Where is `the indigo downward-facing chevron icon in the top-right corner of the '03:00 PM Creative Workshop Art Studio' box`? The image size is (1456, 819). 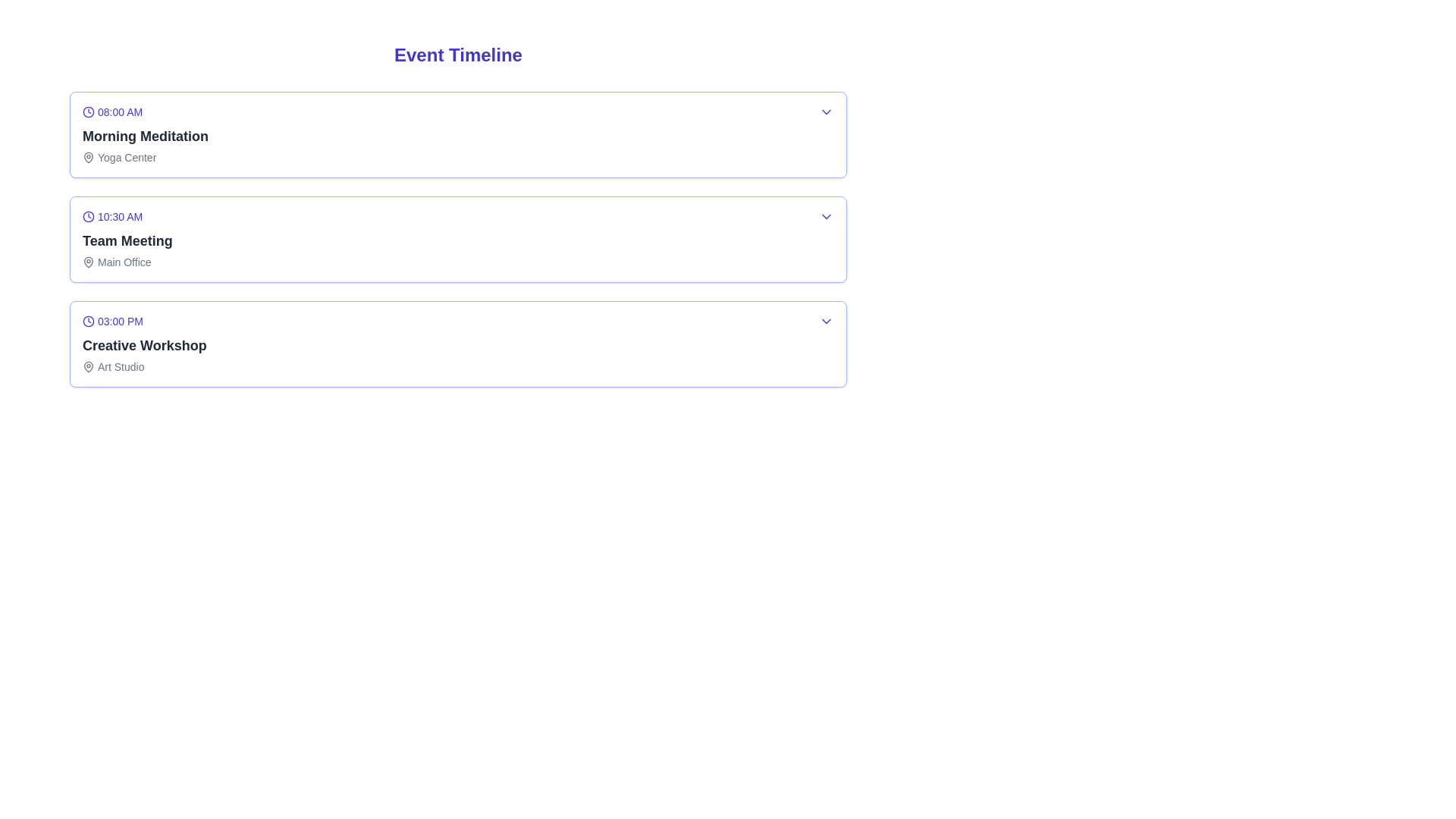
the indigo downward-facing chevron icon in the top-right corner of the '03:00 PM Creative Workshop Art Studio' box is located at coordinates (825, 321).